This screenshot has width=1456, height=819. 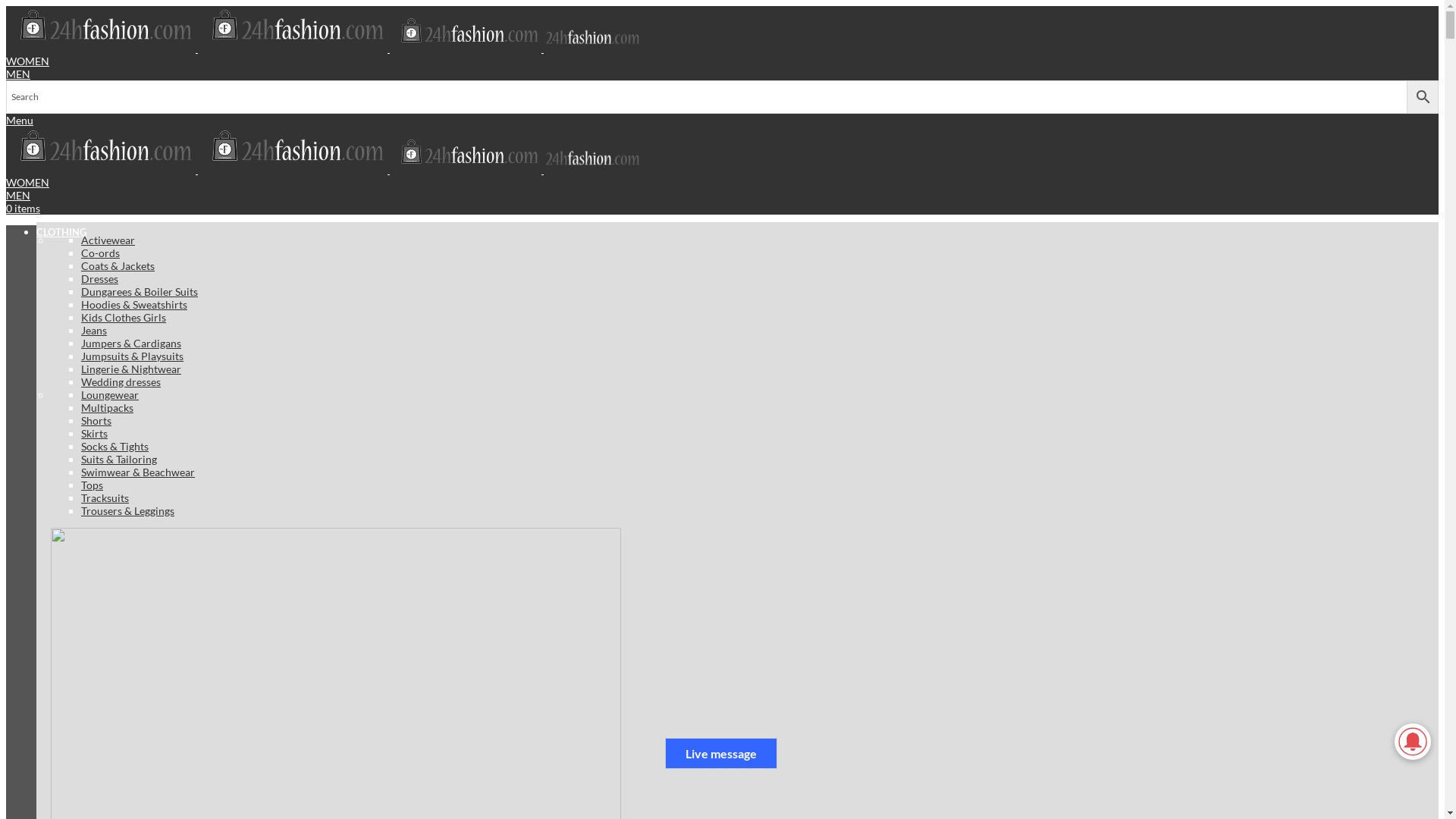 I want to click on 'Dungarees & Boiler Suits', so click(x=139, y=291).